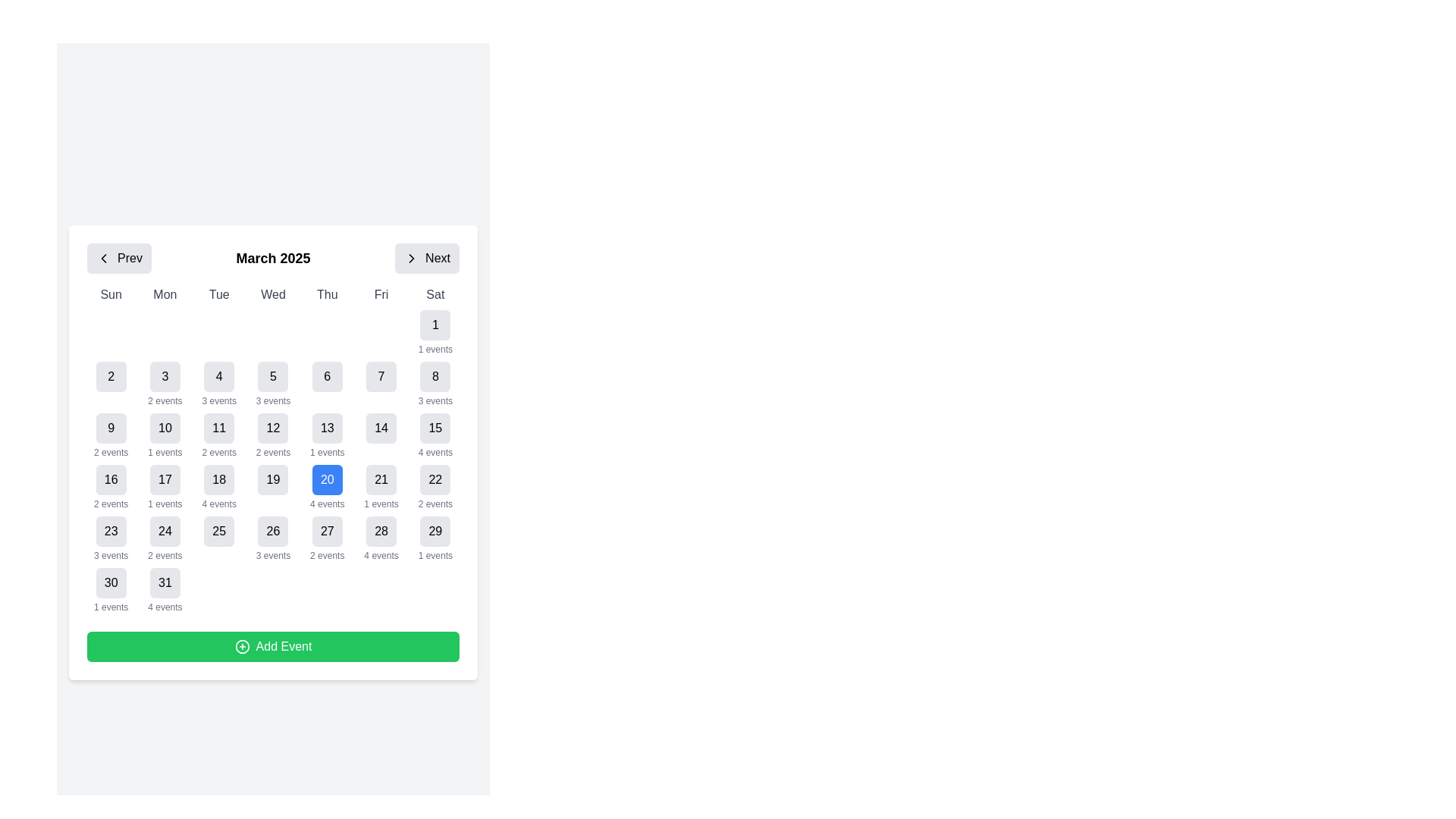 The image size is (1456, 819). What do you see at coordinates (218, 332) in the screenshot?
I see `the empty calendar cell located directly beneath 'Tue' in the top row of the calendar grid` at bounding box center [218, 332].